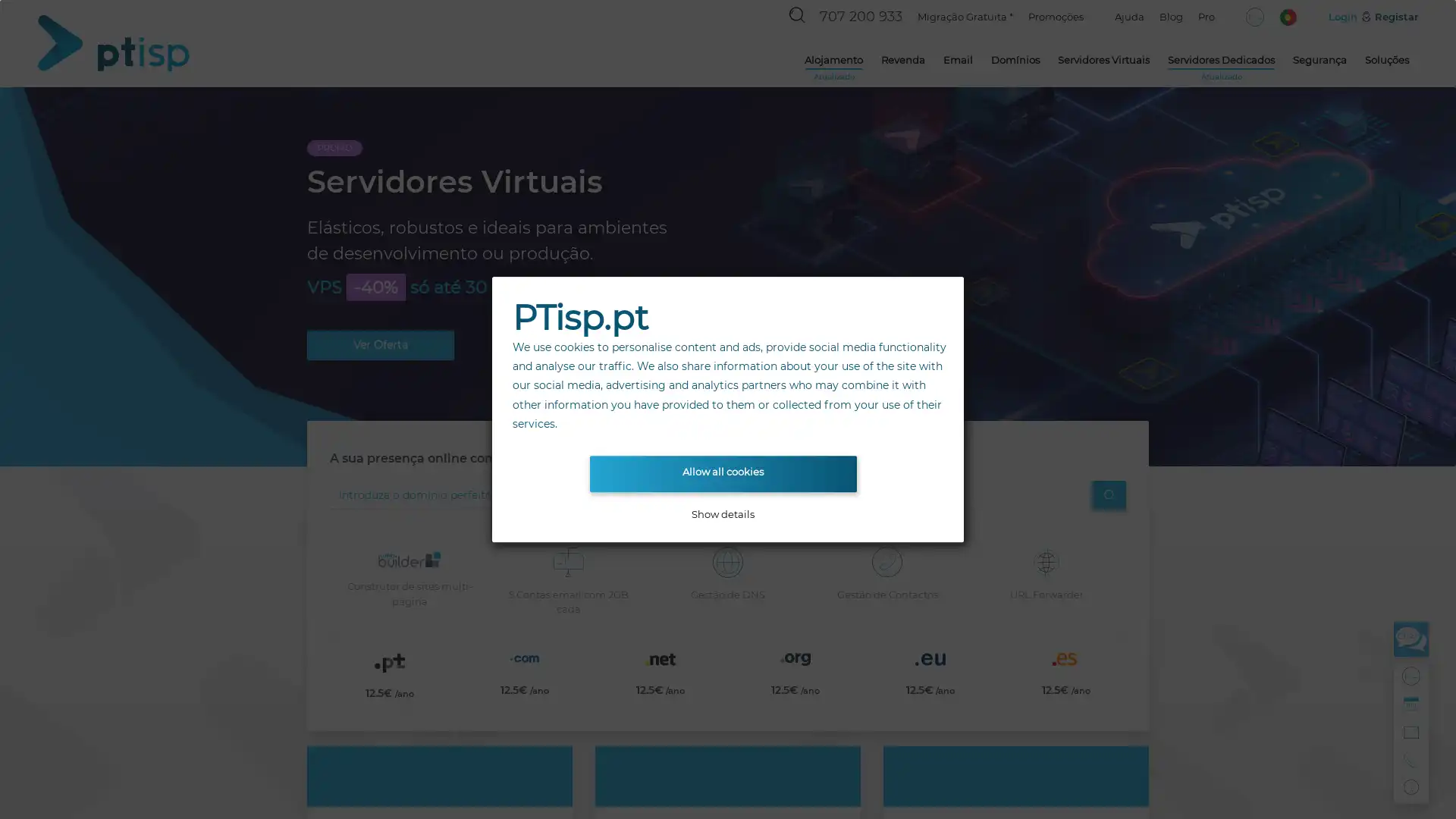 This screenshot has height=819, width=1456. What do you see at coordinates (712, 403) in the screenshot?
I see `Go to slide 2` at bounding box center [712, 403].